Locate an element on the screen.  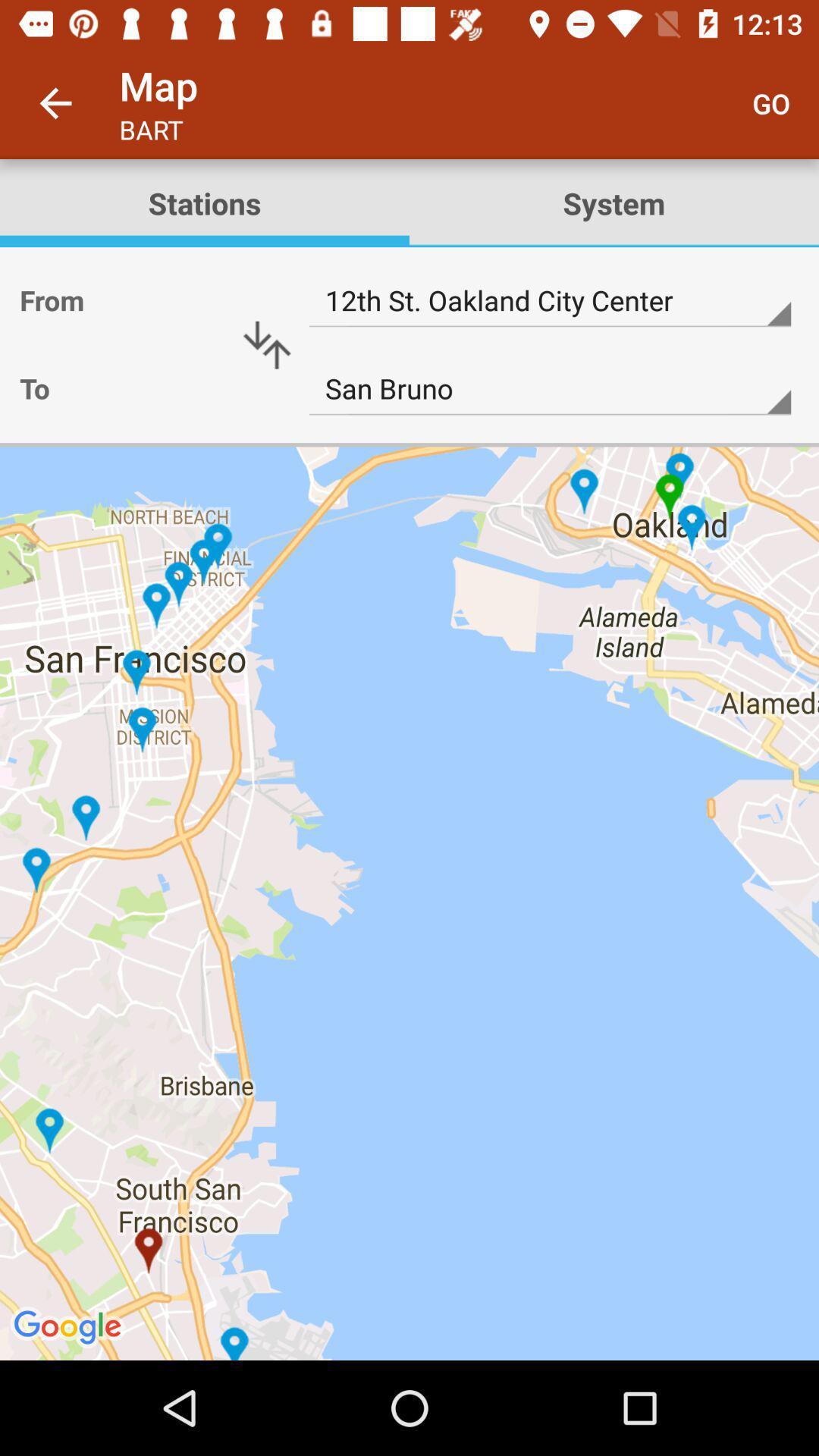
item to the left of map app is located at coordinates (55, 102).